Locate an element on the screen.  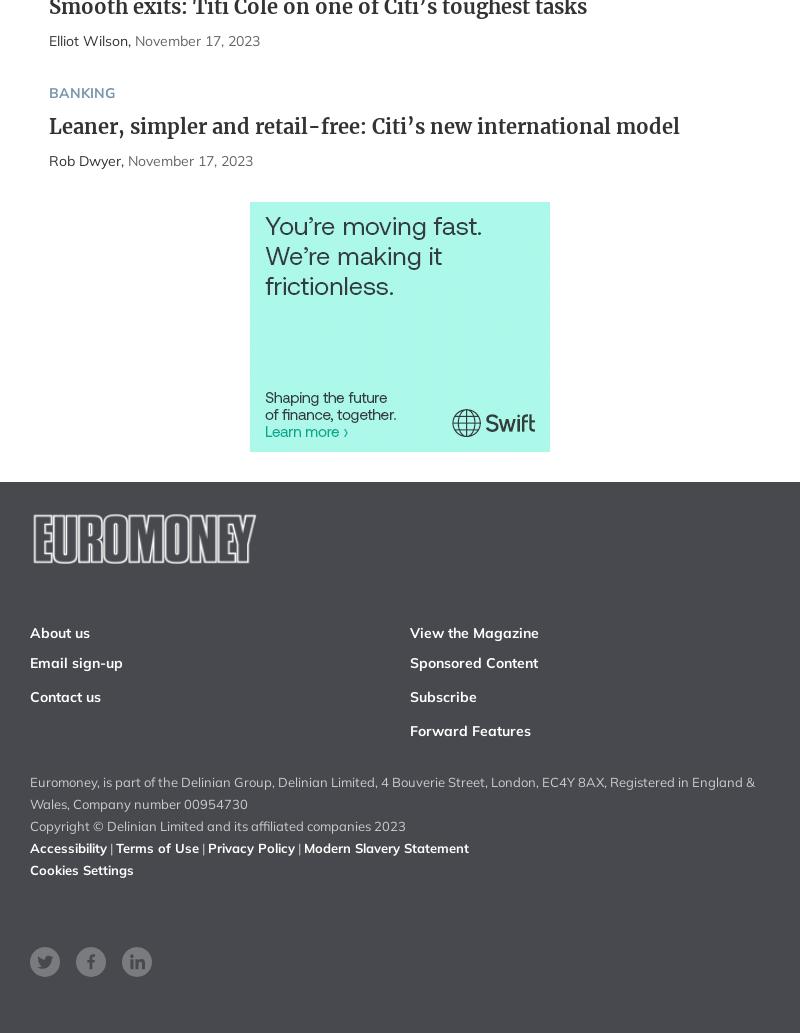
'Terms of Use' is located at coordinates (157, 847).